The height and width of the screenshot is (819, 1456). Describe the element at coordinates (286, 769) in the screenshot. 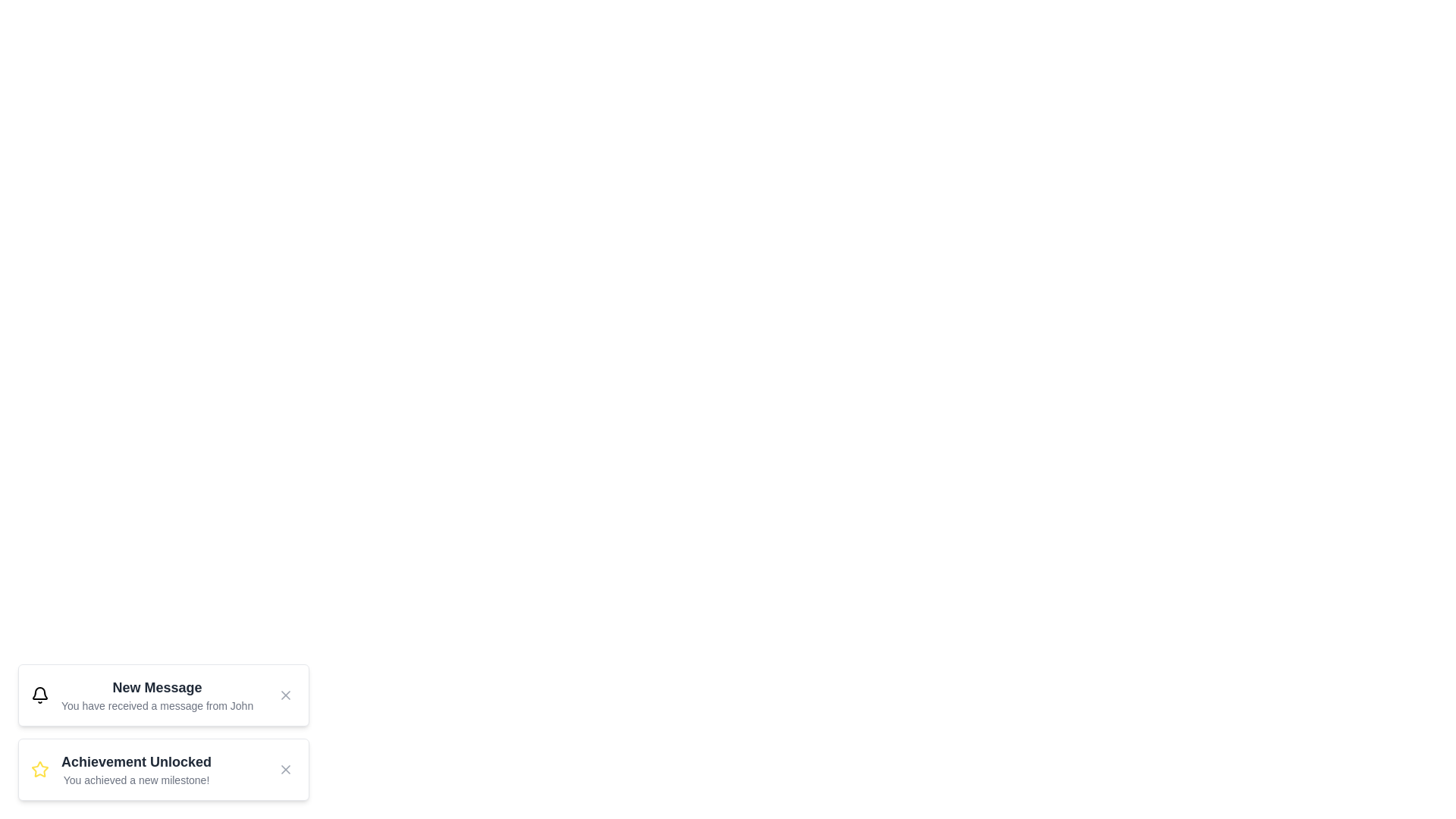

I see `the close button of the notification with title Achievement Unlocked` at that location.